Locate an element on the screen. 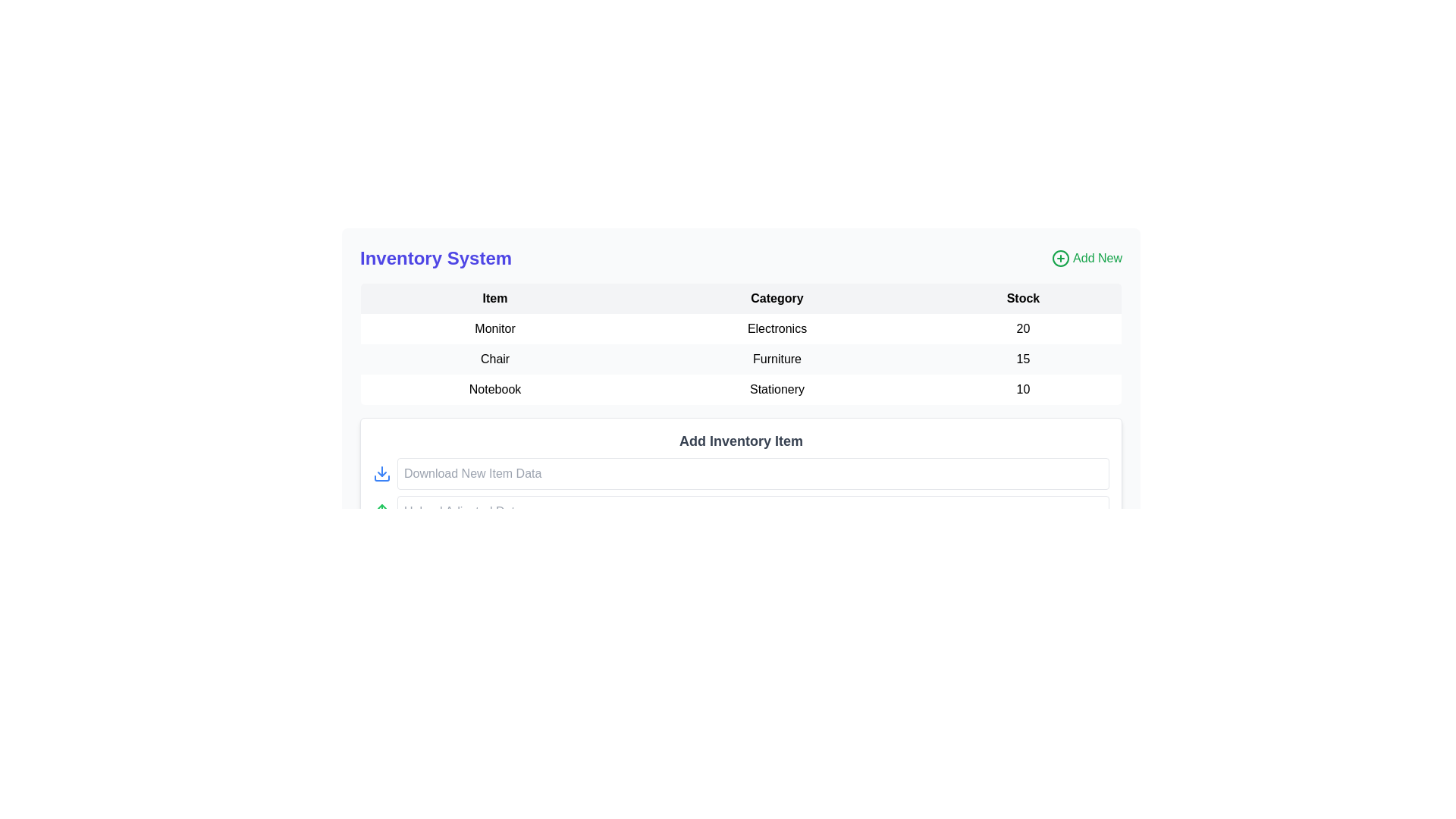  the text label representing the name of an inventory item located in the top row under the 'Item' column of the table is located at coordinates (494, 328).